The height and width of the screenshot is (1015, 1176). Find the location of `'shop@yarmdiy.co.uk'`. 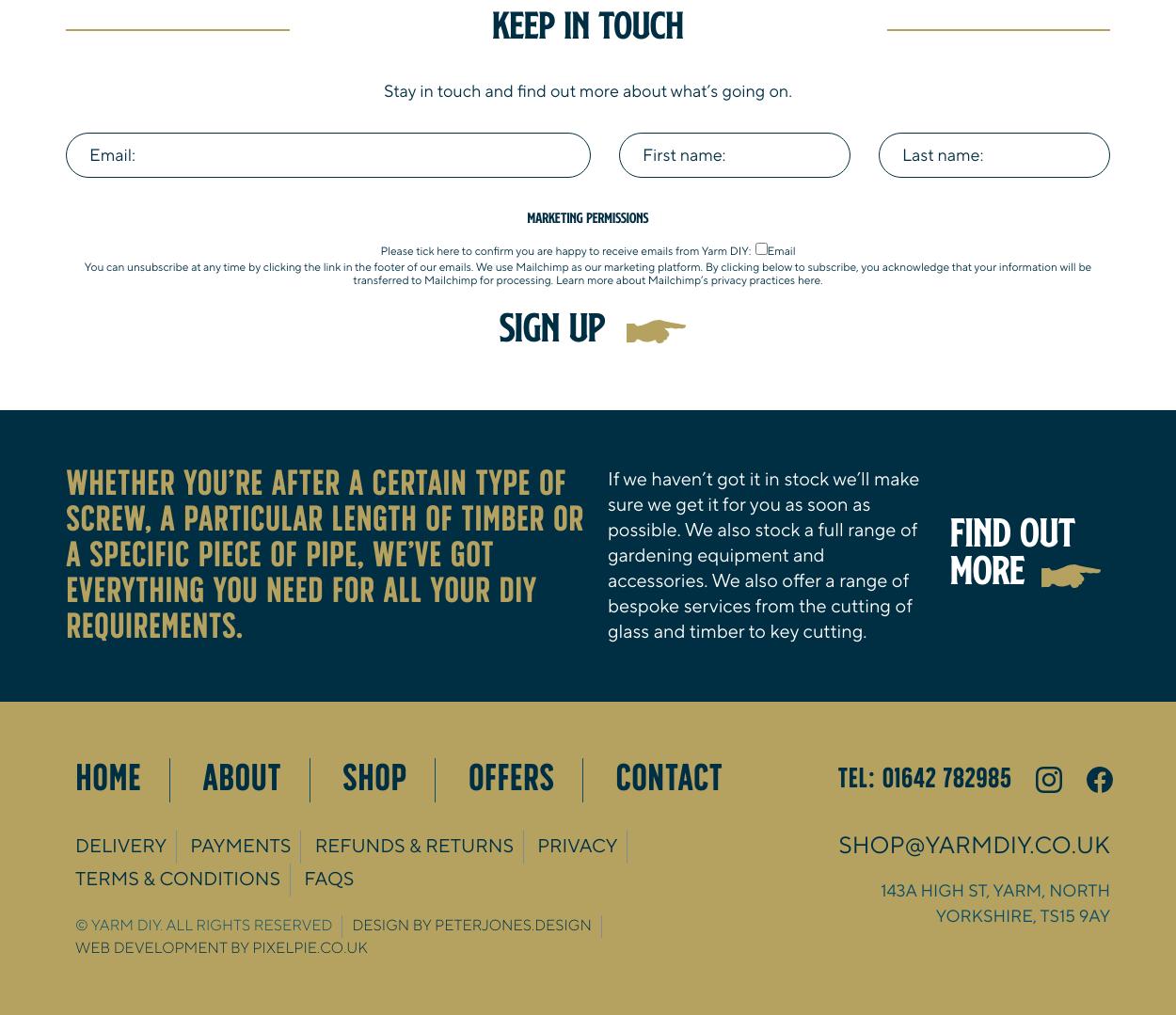

'shop@yarmdiy.co.uk' is located at coordinates (974, 845).